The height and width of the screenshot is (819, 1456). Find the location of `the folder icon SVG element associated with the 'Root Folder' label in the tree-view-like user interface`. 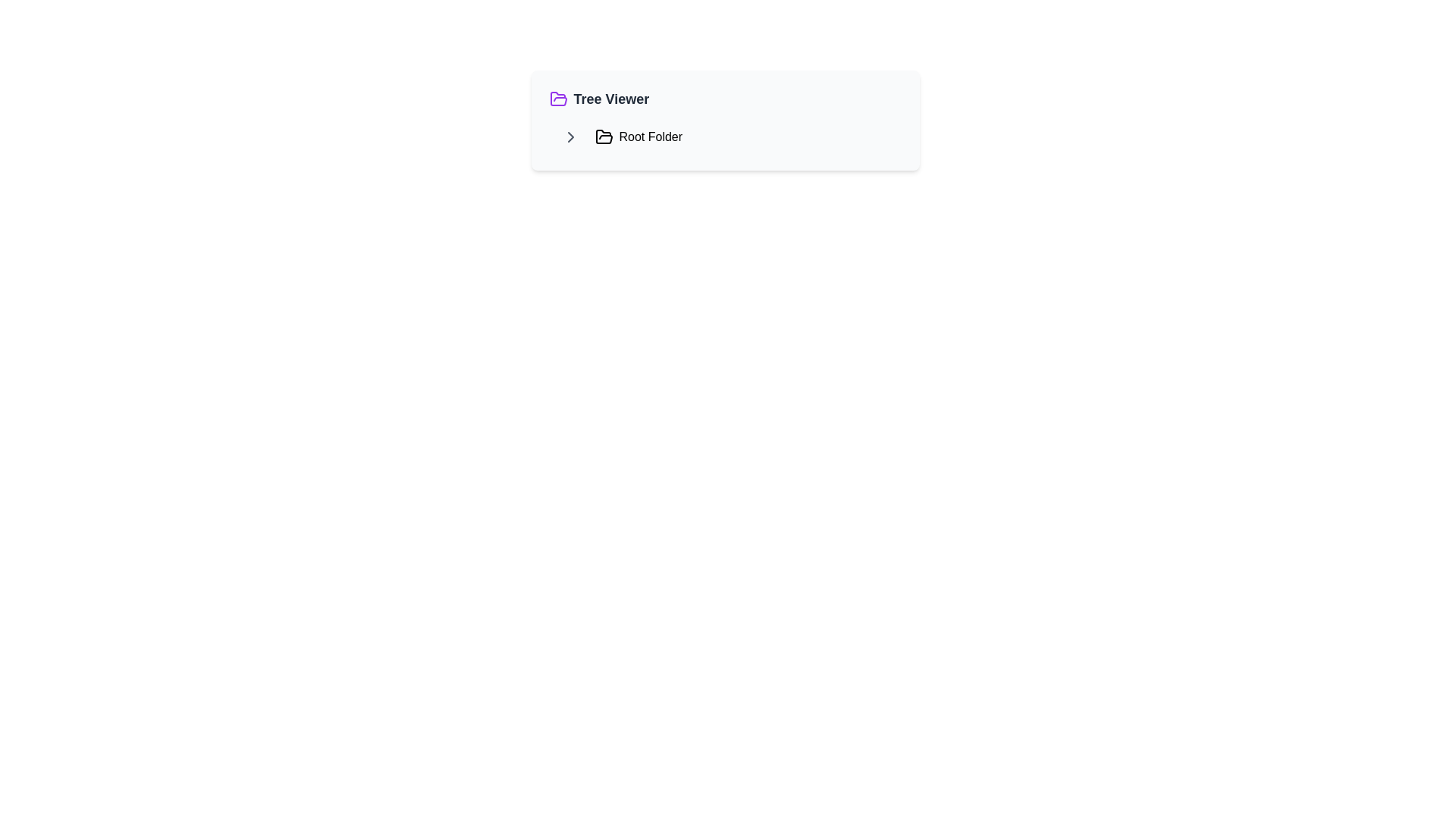

the folder icon SVG element associated with the 'Root Folder' label in the tree-view-like user interface is located at coordinates (603, 136).